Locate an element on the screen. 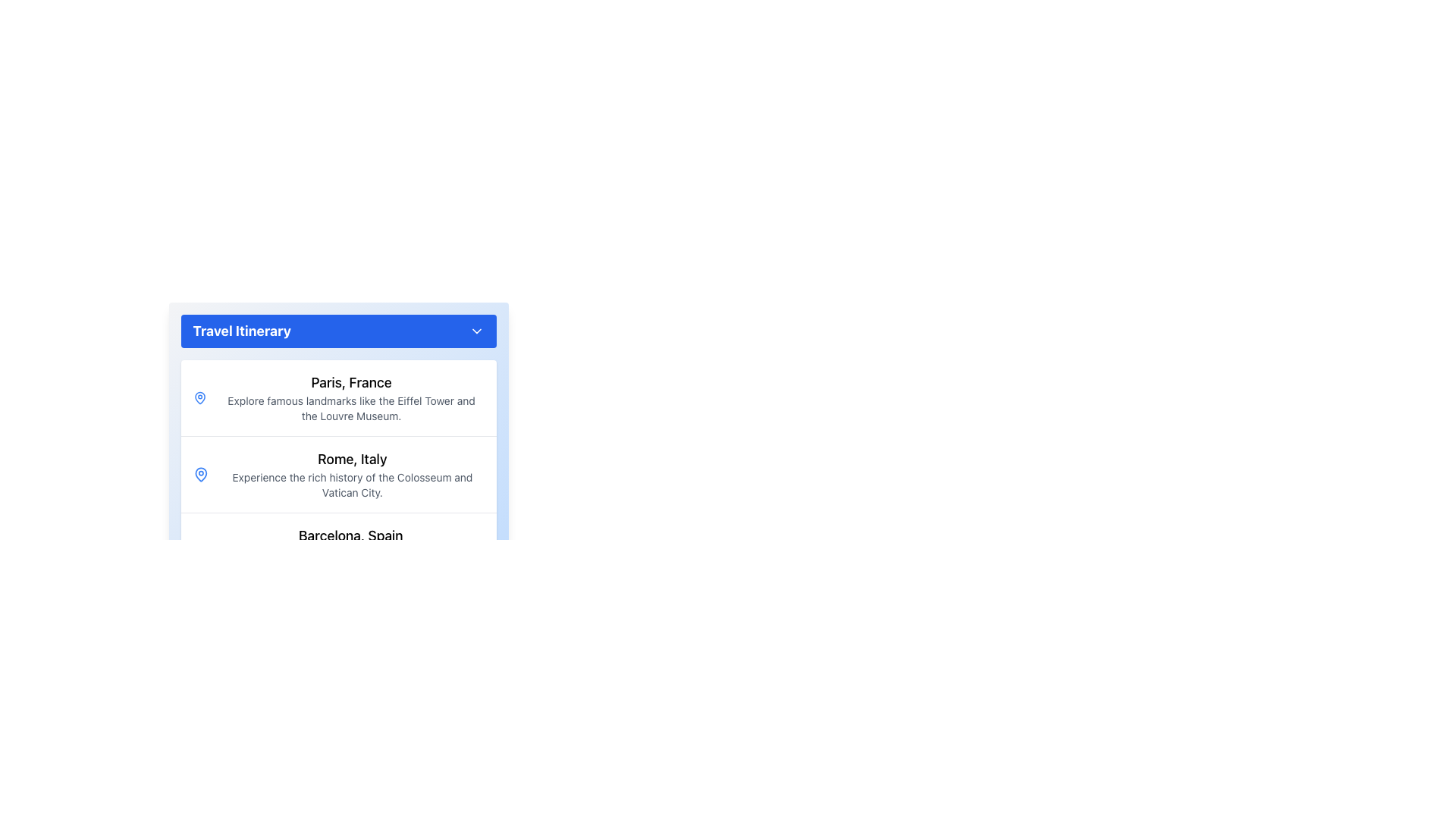 This screenshot has height=819, width=1456. the 'Travel Itinerary' dropdown toggle button is located at coordinates (337, 330).